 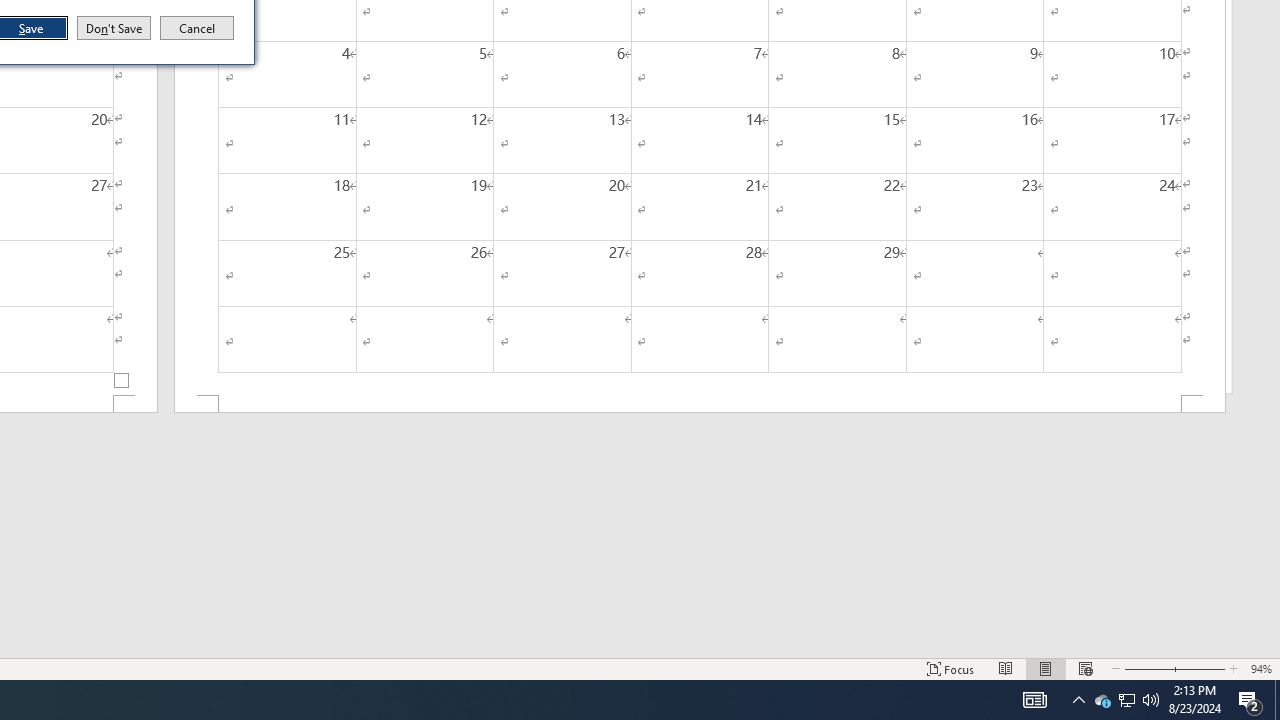 What do you see at coordinates (1034, 698) in the screenshot?
I see `'AutomationID: 4105'` at bounding box center [1034, 698].